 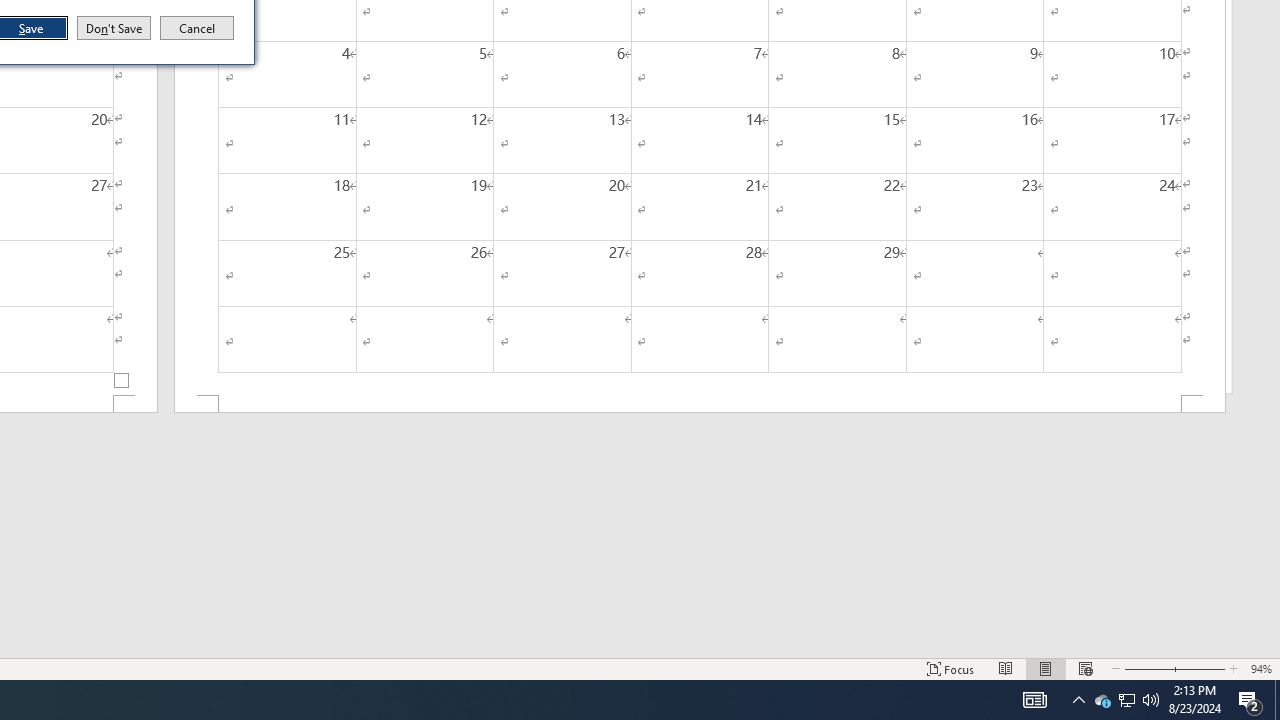 What do you see at coordinates (1034, 698) in the screenshot?
I see `'AutomationID: 4105'` at bounding box center [1034, 698].